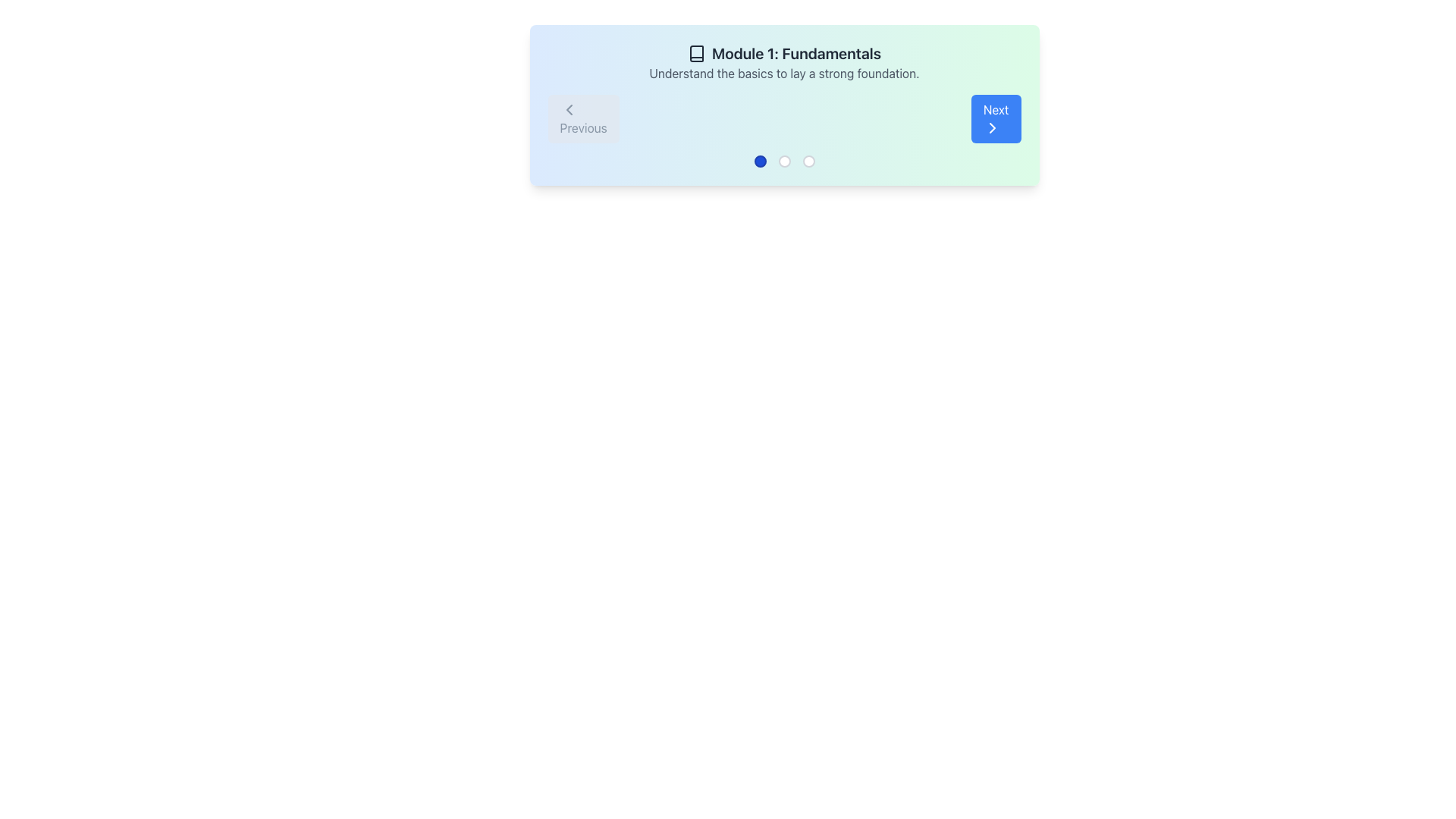  What do you see at coordinates (695, 52) in the screenshot?
I see `the small minimalist book icon located to the immediate left of the text 'Module 1: Fundamentals' in the top-center region of the interface` at bounding box center [695, 52].